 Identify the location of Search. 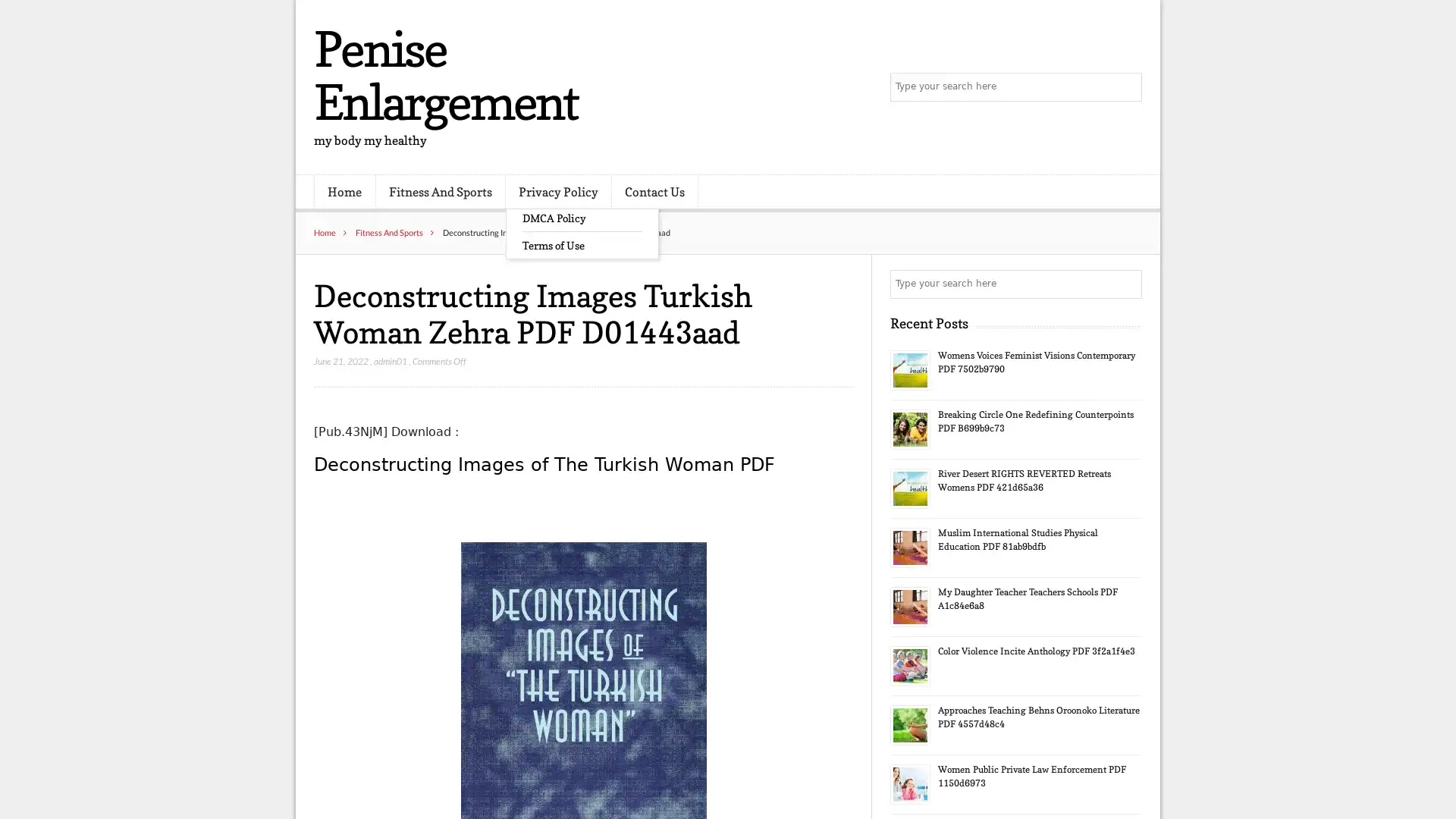
(1126, 87).